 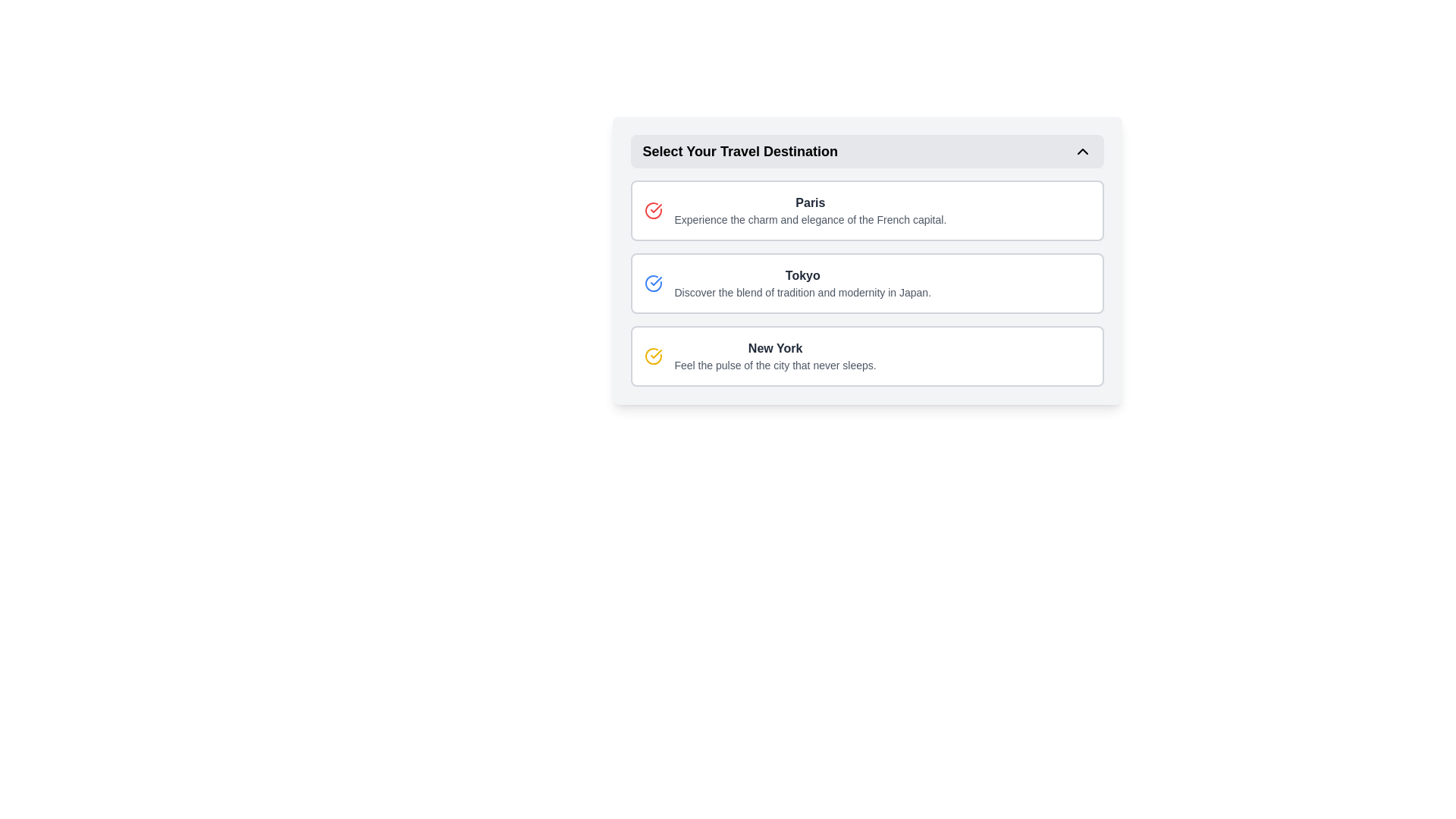 What do you see at coordinates (867, 284) in the screenshot?
I see `text information from the Rich information card titled 'Tokyo', which contains a description about the blend of tradition and modernity in Japan` at bounding box center [867, 284].